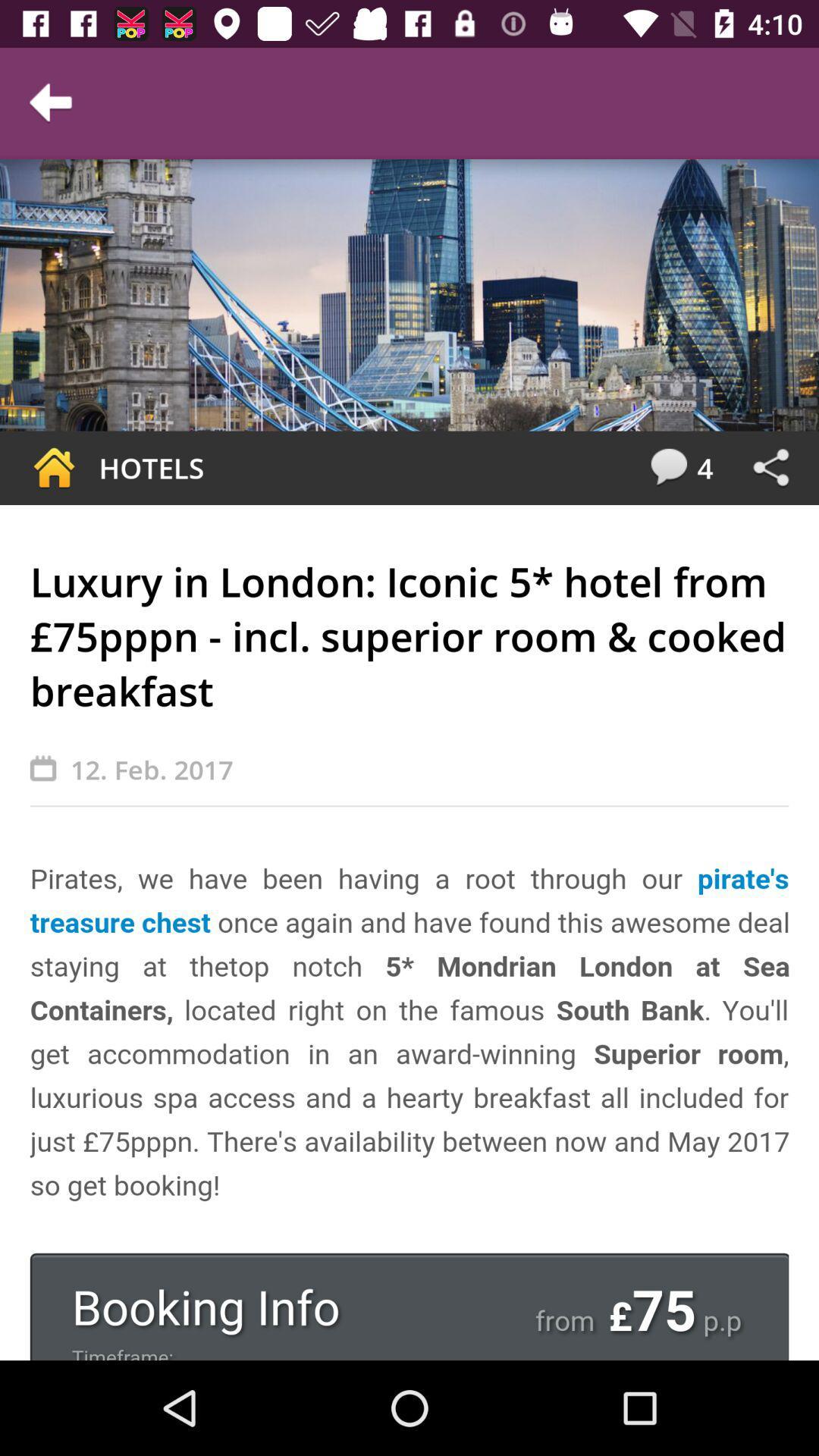 The height and width of the screenshot is (1456, 819). What do you see at coordinates (770, 467) in the screenshot?
I see `press share icon` at bounding box center [770, 467].